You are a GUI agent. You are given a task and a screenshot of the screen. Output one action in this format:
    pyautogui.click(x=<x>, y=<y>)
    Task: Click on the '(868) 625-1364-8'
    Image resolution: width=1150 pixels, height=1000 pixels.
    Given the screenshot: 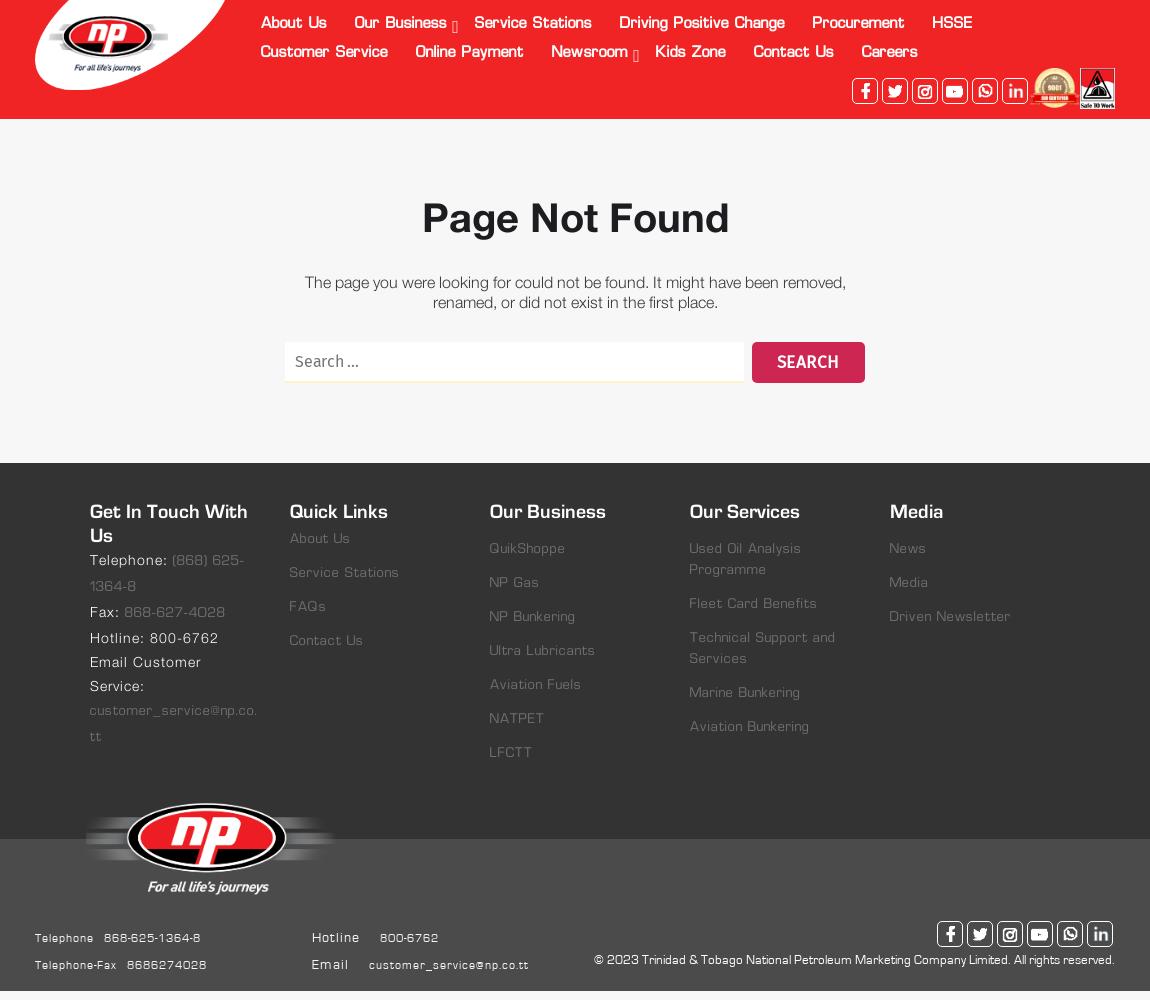 What is the action you would take?
    pyautogui.click(x=166, y=573)
    